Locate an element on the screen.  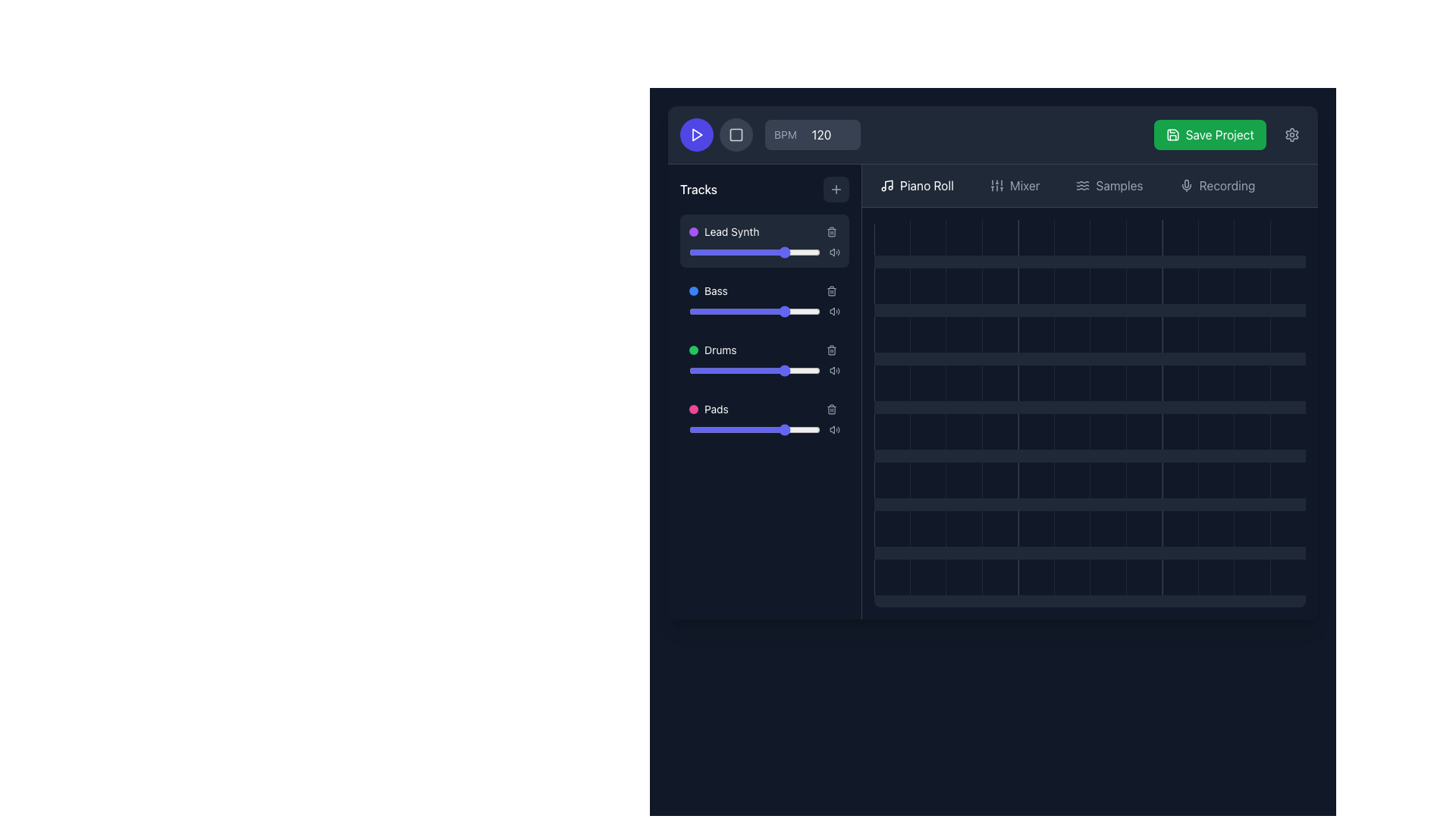
the slider is located at coordinates (714, 430).